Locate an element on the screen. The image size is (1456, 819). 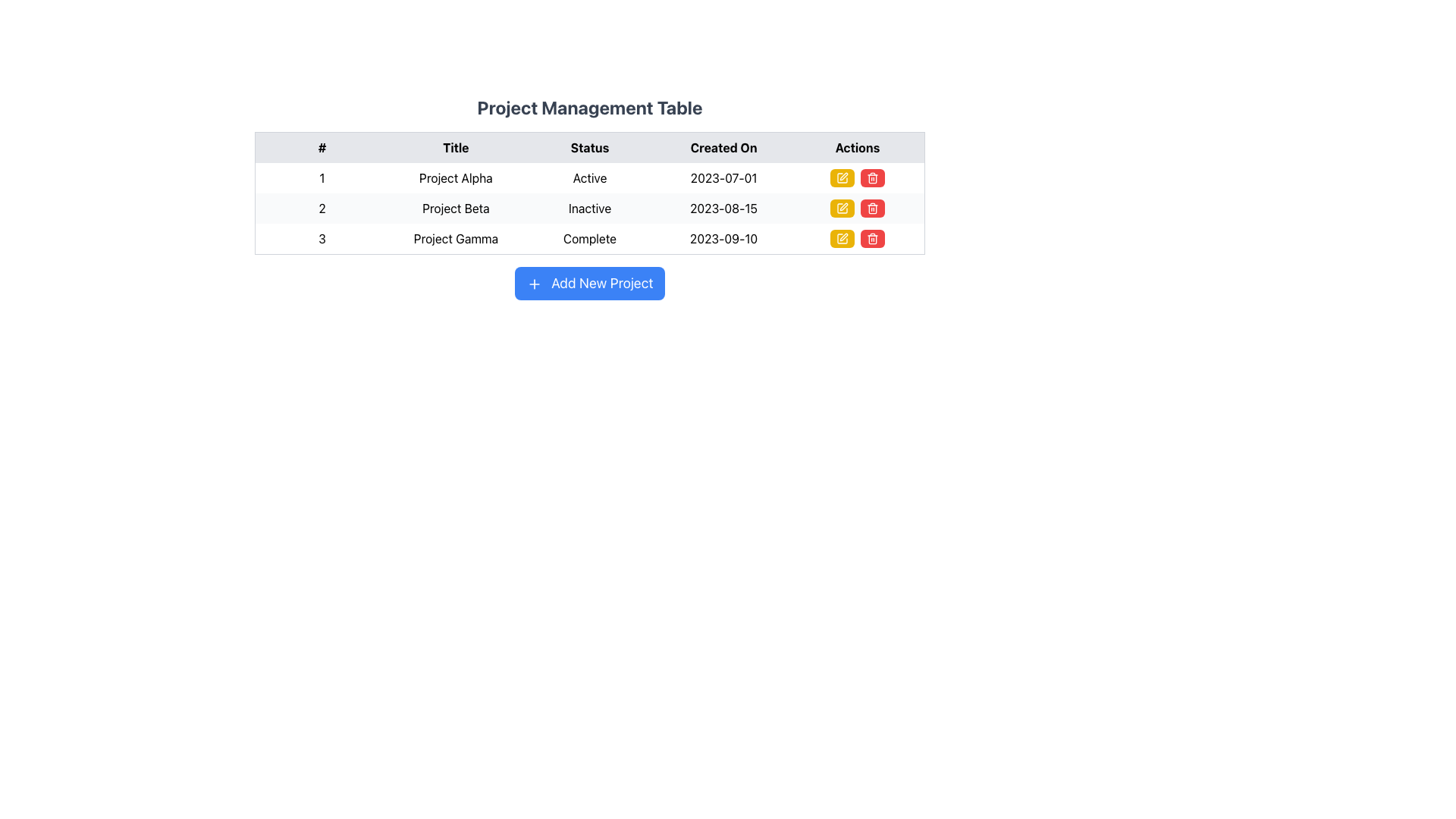
the edit icon located in the 'Actions' column of the third row of the table is located at coordinates (843, 237).